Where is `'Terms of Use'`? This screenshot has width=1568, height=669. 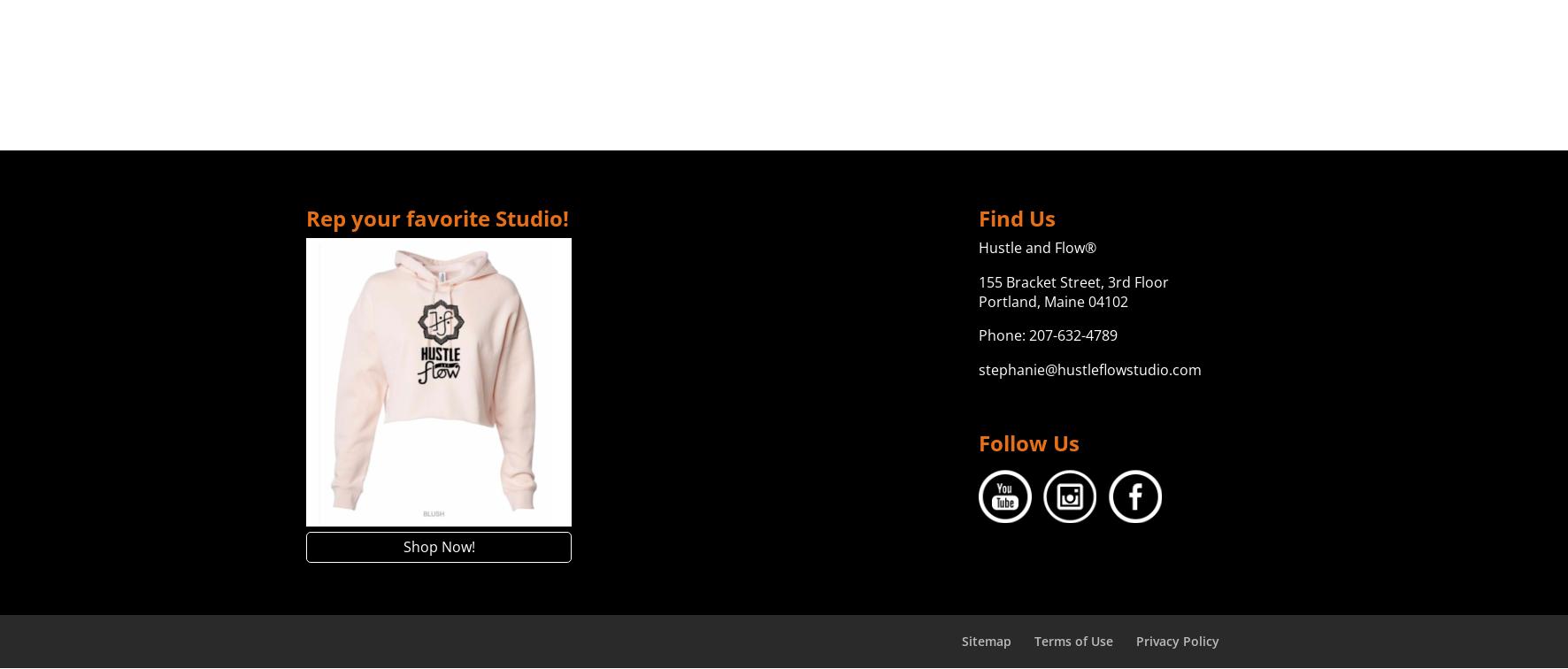 'Terms of Use' is located at coordinates (1072, 640).